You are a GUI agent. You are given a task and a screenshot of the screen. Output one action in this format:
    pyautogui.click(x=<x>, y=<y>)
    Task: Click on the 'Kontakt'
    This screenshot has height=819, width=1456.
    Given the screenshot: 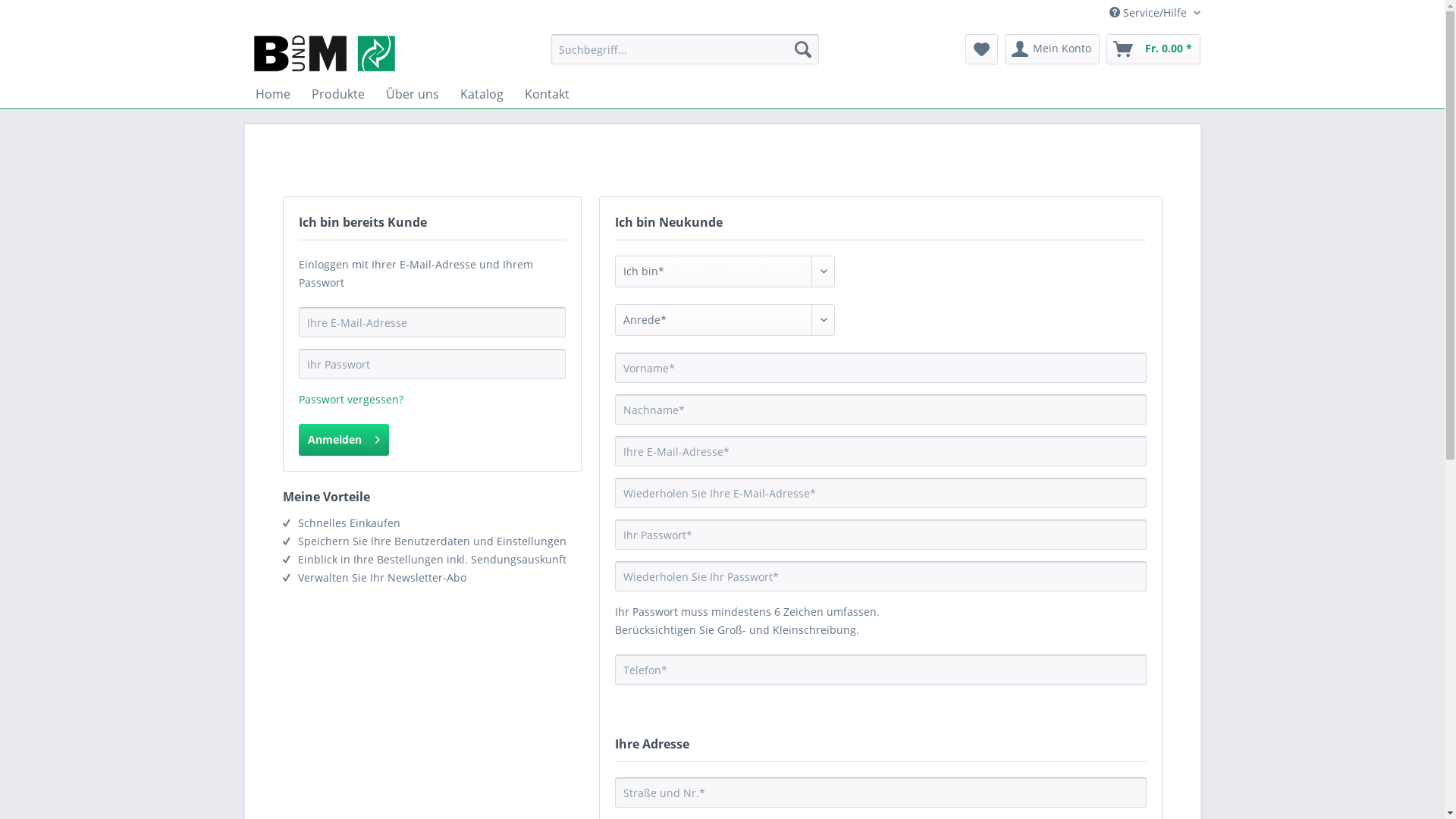 What is the action you would take?
    pyautogui.click(x=546, y=93)
    